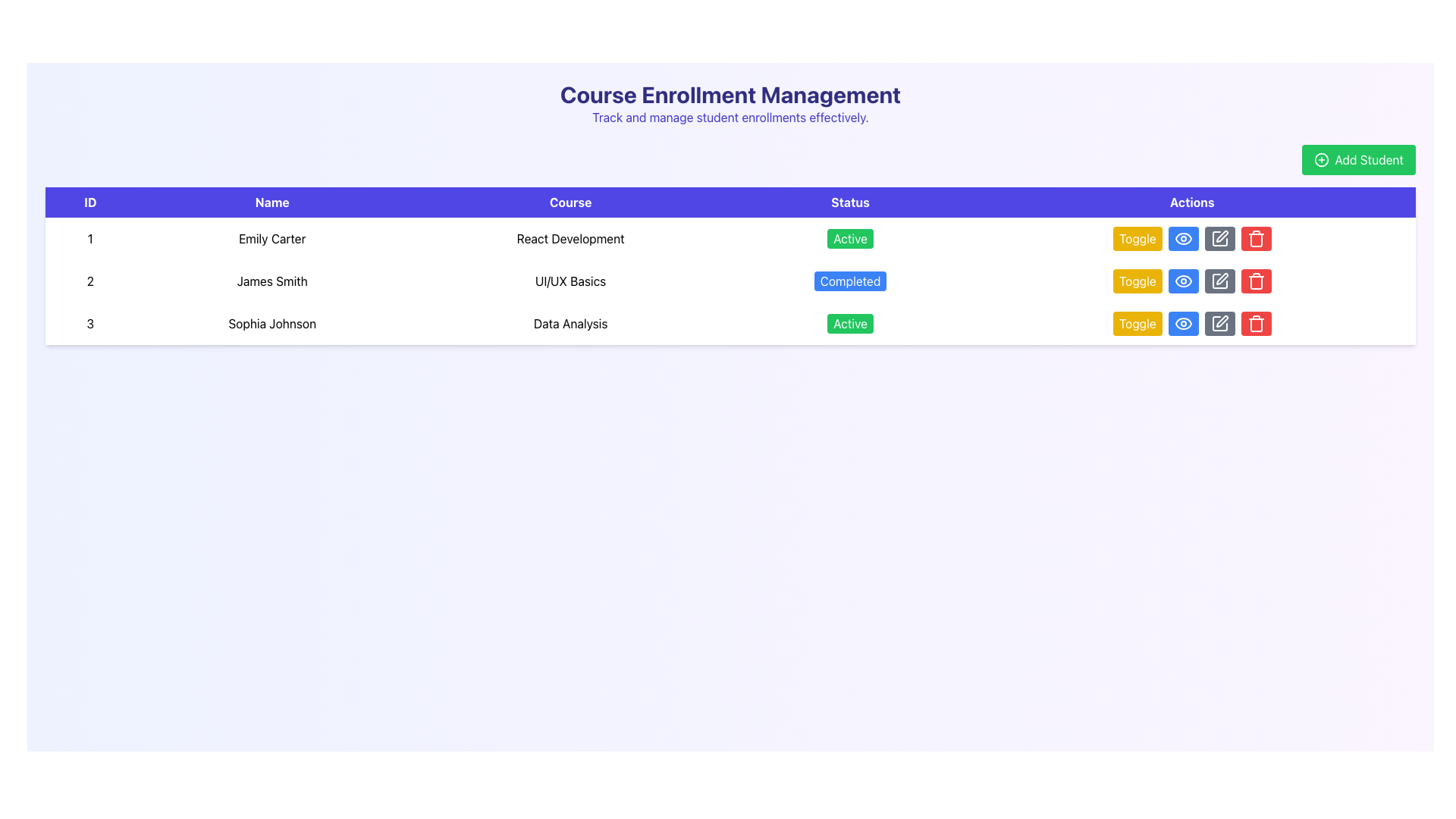 The width and height of the screenshot is (1456, 819). I want to click on the editing icon located in the Actions column of the table for the entry 'Sophia Johnson', so click(1219, 323).